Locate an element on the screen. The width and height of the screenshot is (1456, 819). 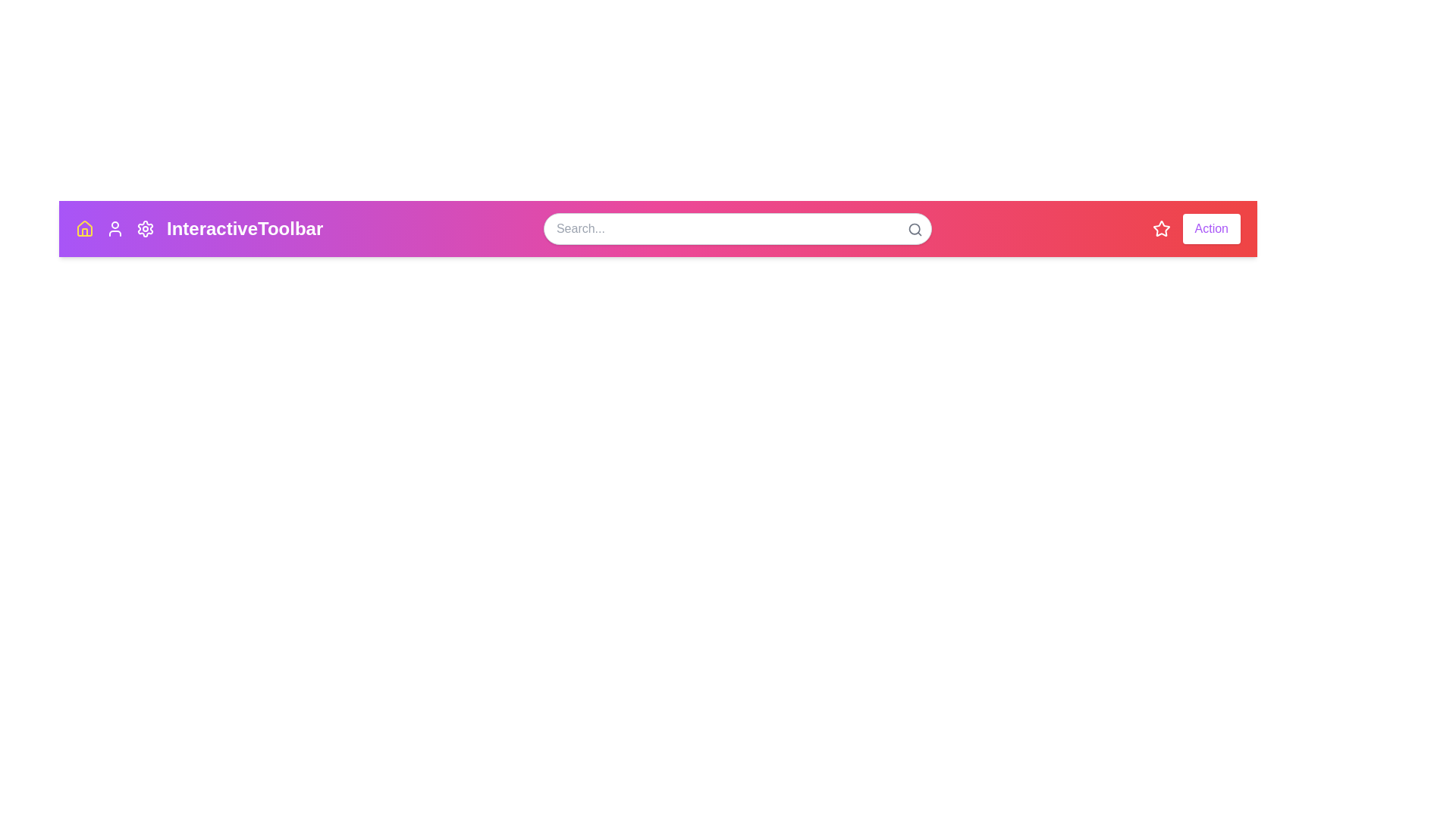
the Home icon to switch the active tab is located at coordinates (83, 228).